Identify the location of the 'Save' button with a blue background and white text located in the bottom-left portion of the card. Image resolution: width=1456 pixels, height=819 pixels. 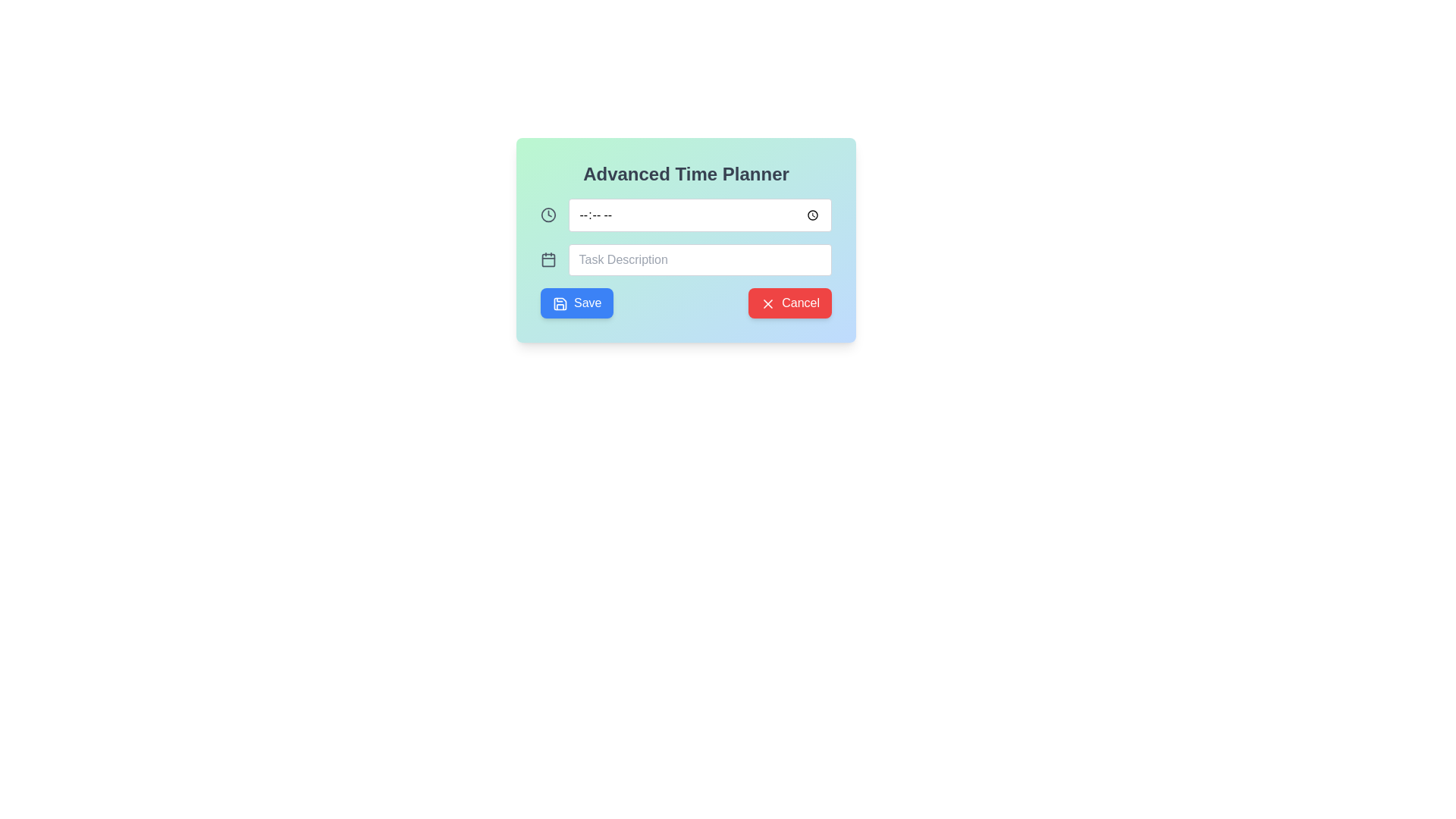
(576, 303).